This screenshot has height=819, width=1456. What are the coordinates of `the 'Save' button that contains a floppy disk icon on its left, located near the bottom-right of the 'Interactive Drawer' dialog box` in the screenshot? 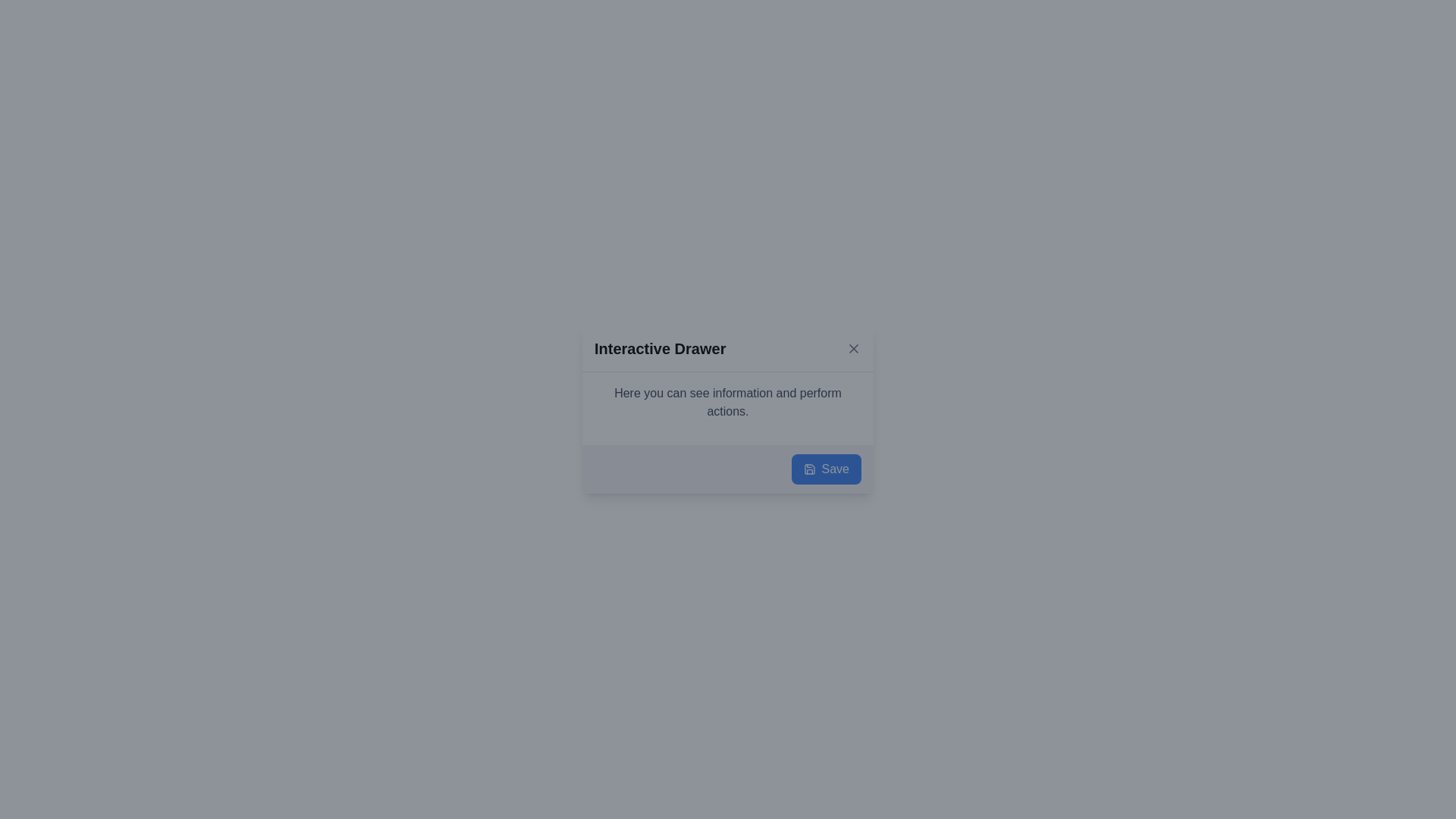 It's located at (808, 468).